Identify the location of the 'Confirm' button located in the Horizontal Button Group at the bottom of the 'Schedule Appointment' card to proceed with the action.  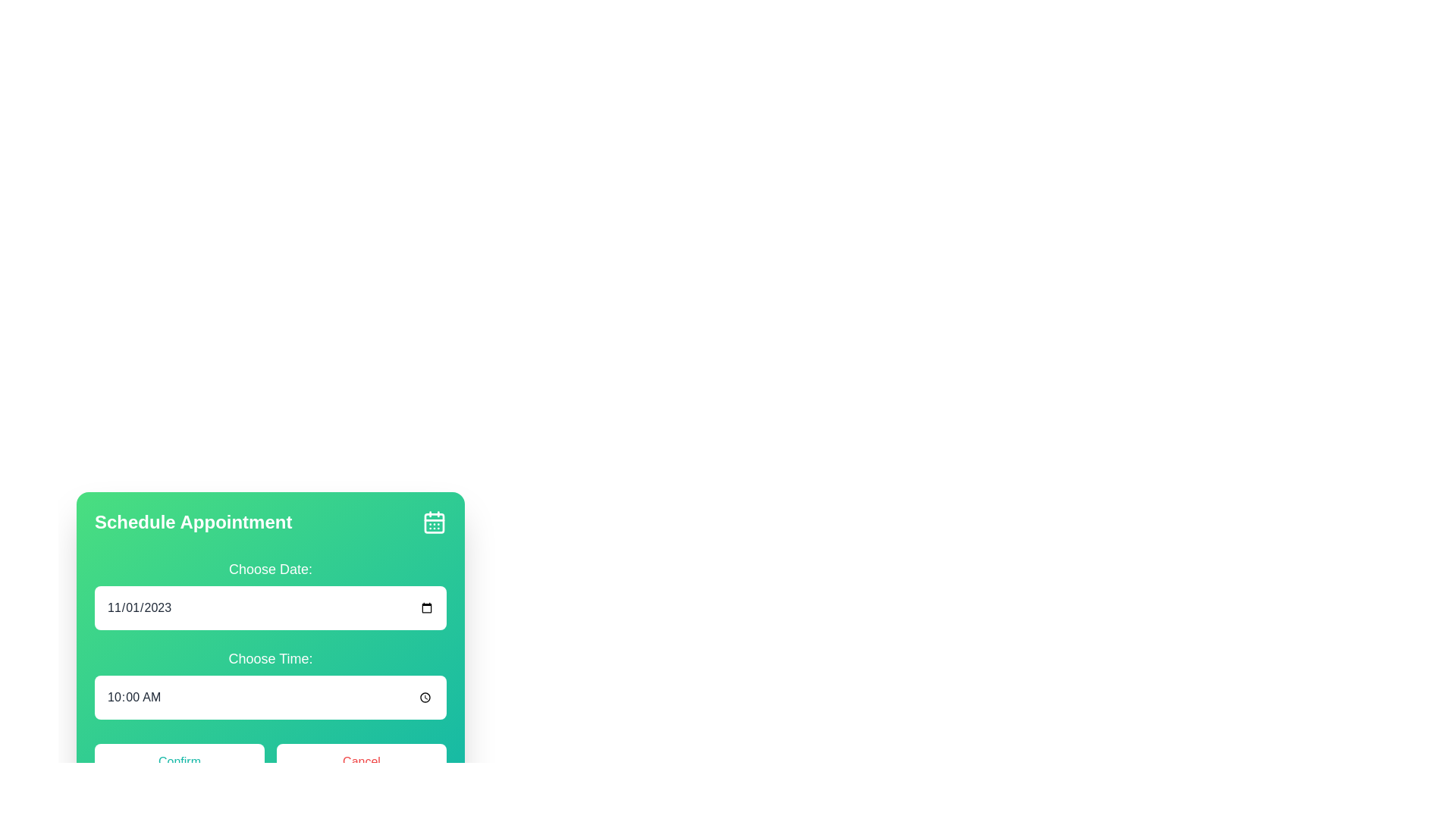
(270, 762).